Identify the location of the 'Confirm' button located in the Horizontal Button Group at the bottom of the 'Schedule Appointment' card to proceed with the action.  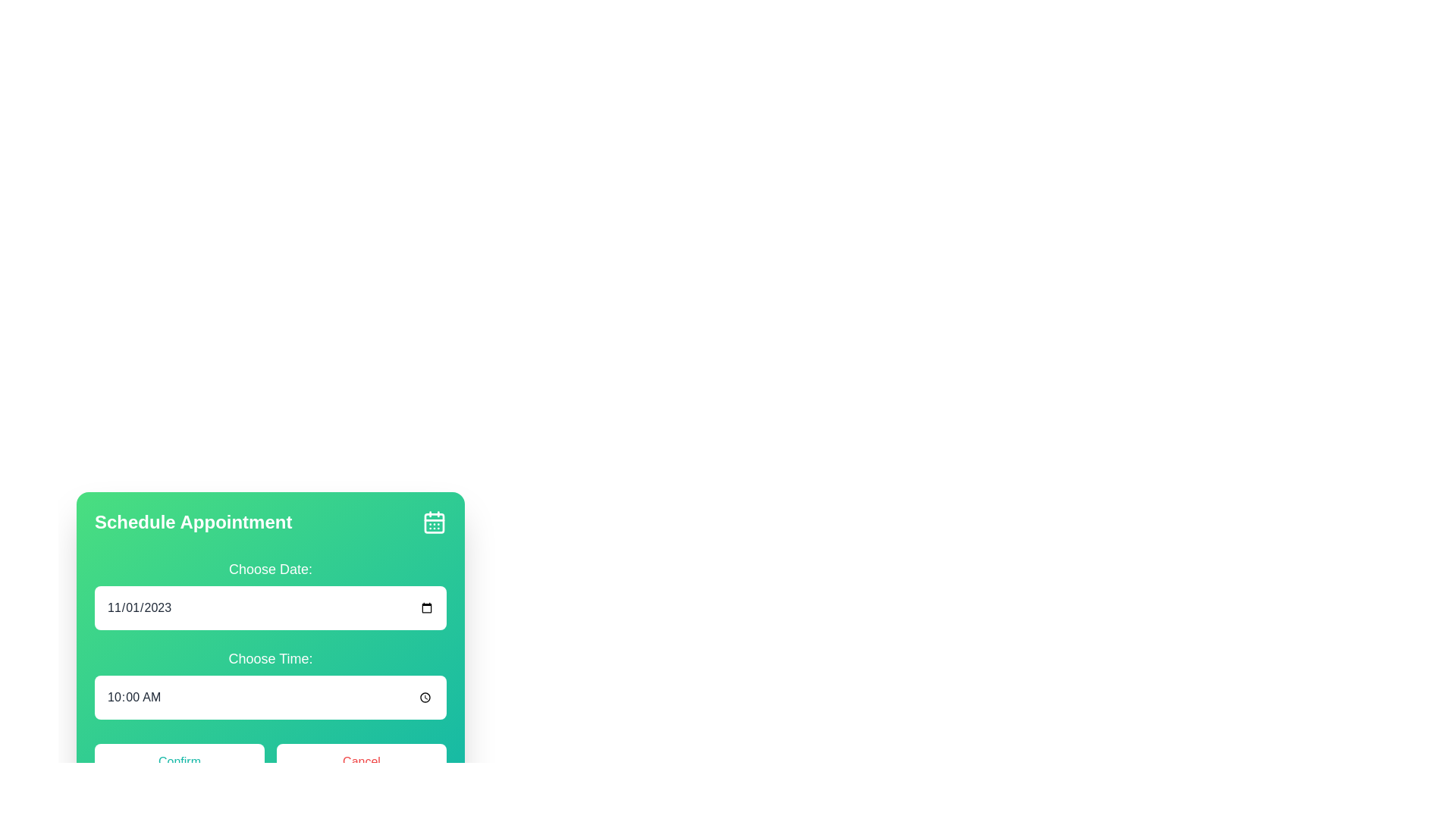
(270, 762).